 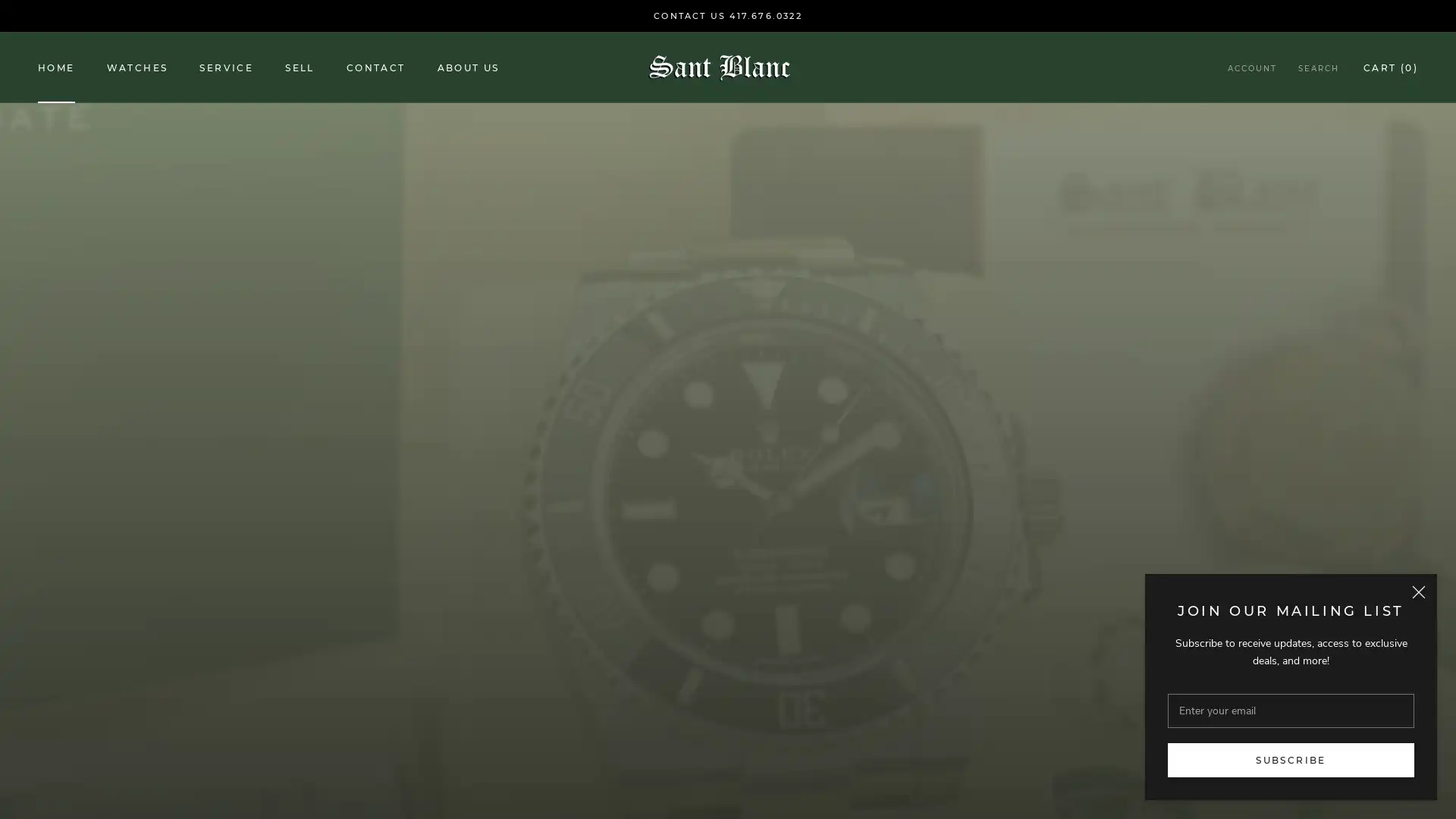 What do you see at coordinates (1418, 591) in the screenshot?
I see `Close` at bounding box center [1418, 591].